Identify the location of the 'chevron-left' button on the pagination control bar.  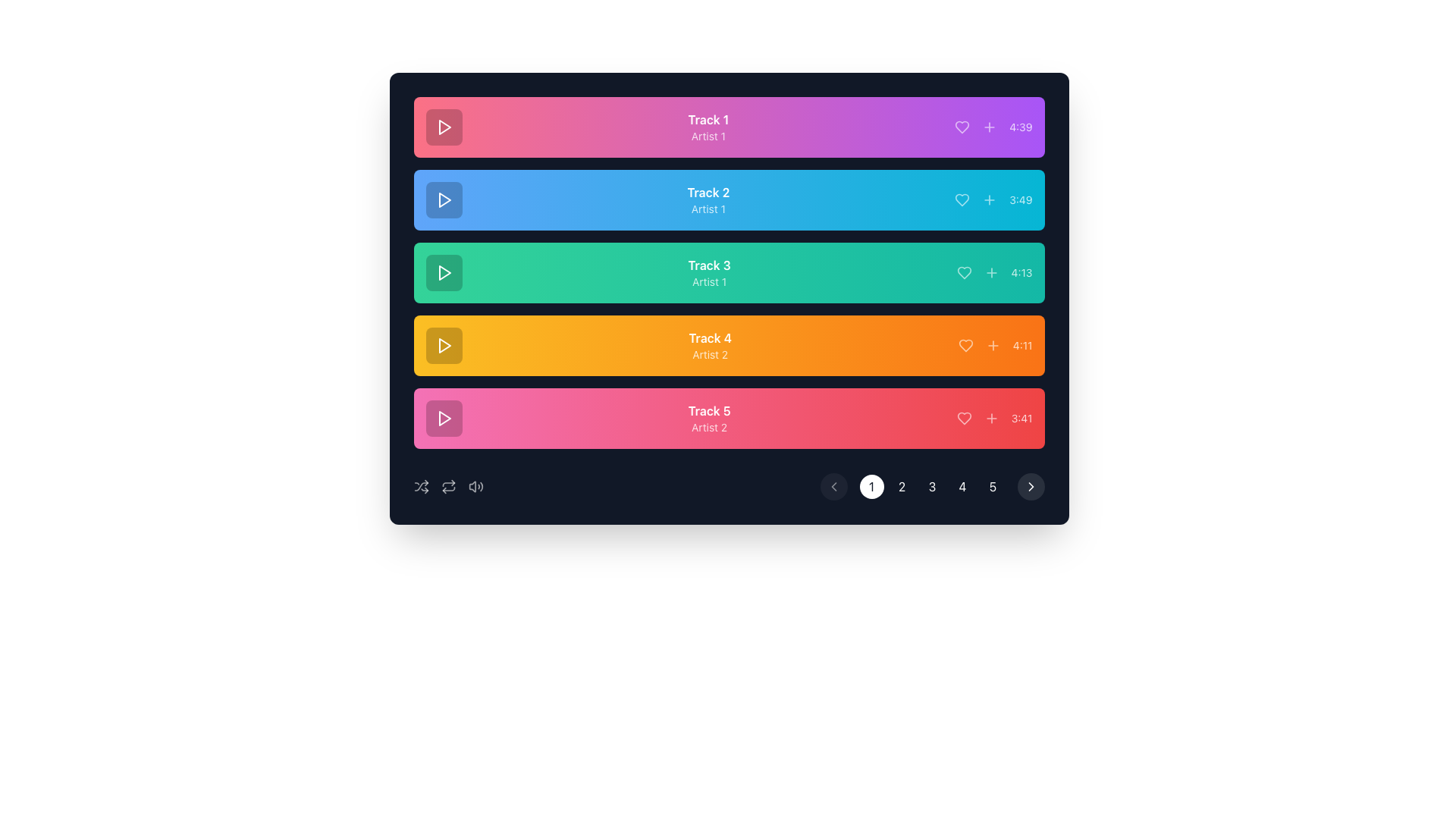
(833, 486).